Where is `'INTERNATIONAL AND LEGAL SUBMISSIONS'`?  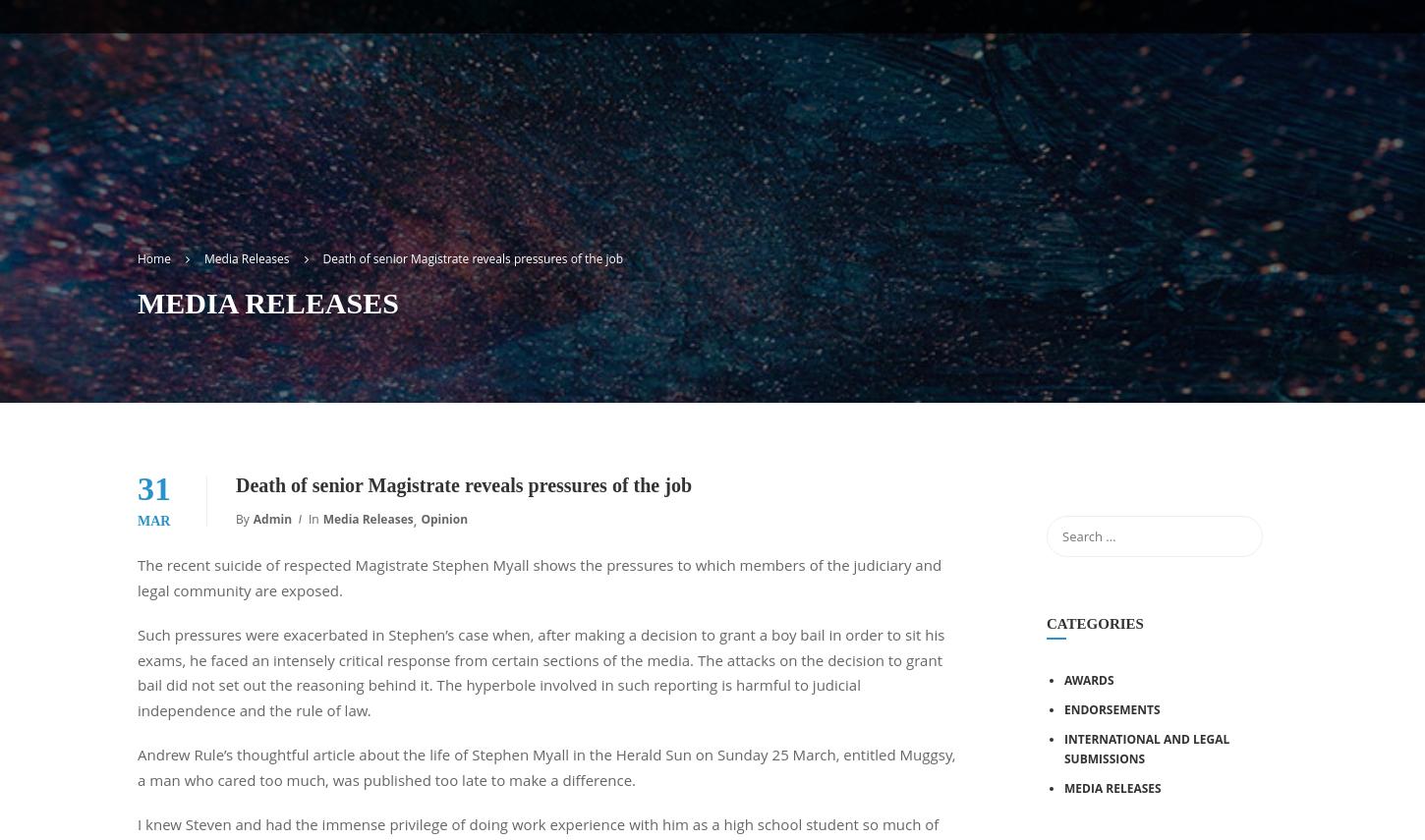 'INTERNATIONAL AND LEGAL SUBMISSIONS' is located at coordinates (1064, 748).